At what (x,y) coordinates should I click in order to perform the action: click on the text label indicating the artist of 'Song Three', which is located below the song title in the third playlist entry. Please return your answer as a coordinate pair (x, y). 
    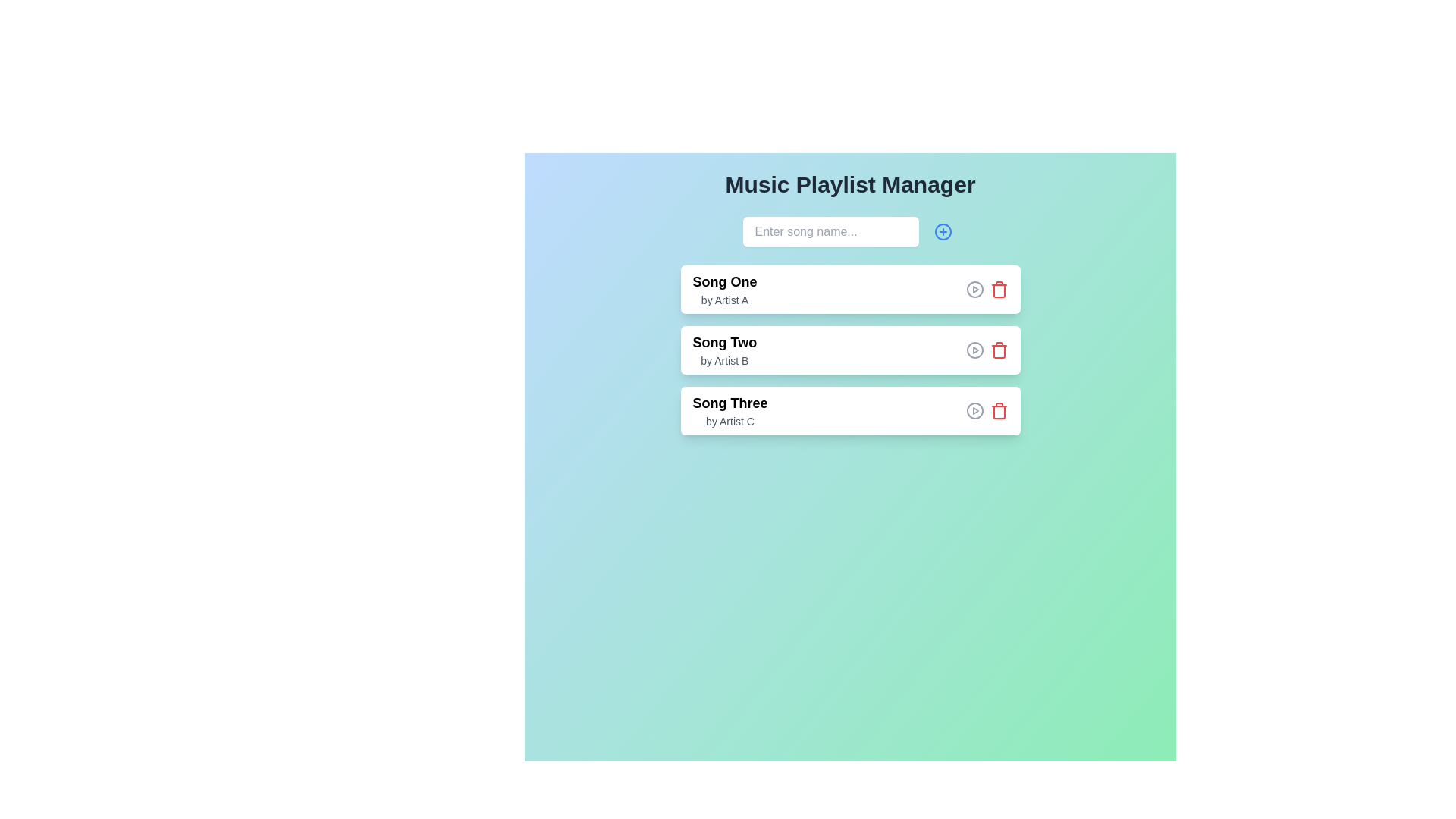
    Looking at the image, I should click on (730, 421).